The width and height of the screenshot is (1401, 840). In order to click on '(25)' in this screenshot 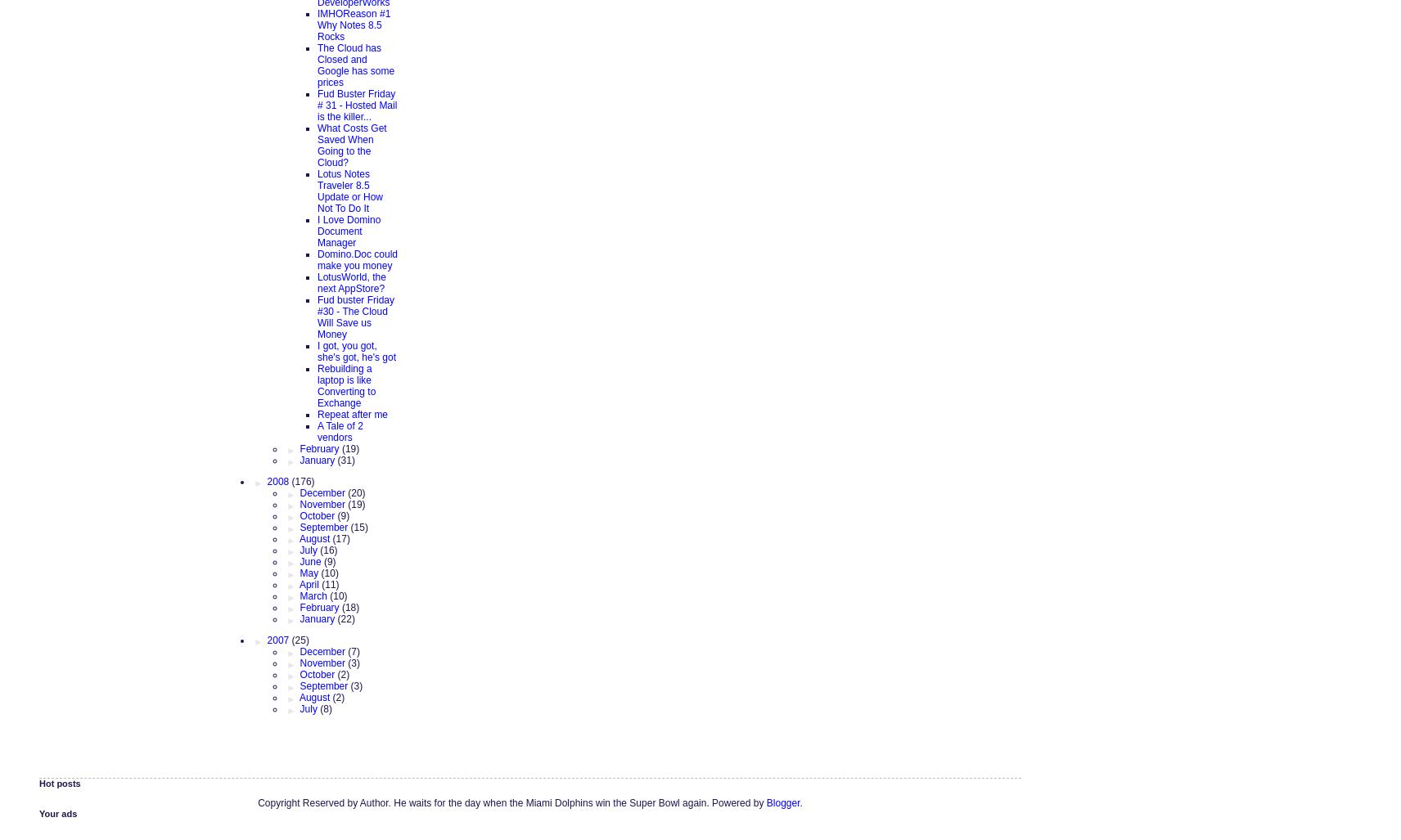, I will do `click(291, 638)`.